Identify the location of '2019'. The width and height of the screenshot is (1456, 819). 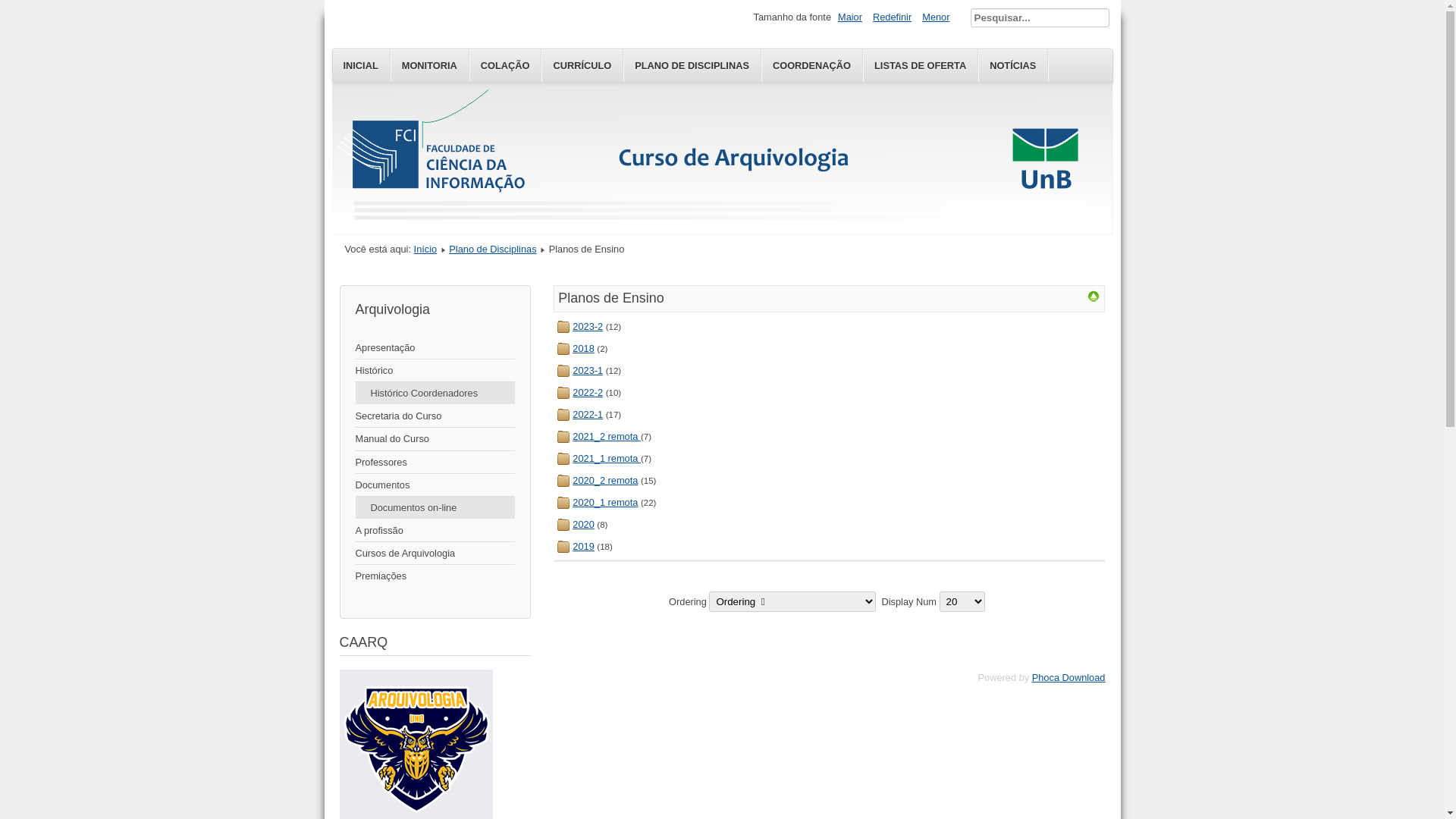
(582, 546).